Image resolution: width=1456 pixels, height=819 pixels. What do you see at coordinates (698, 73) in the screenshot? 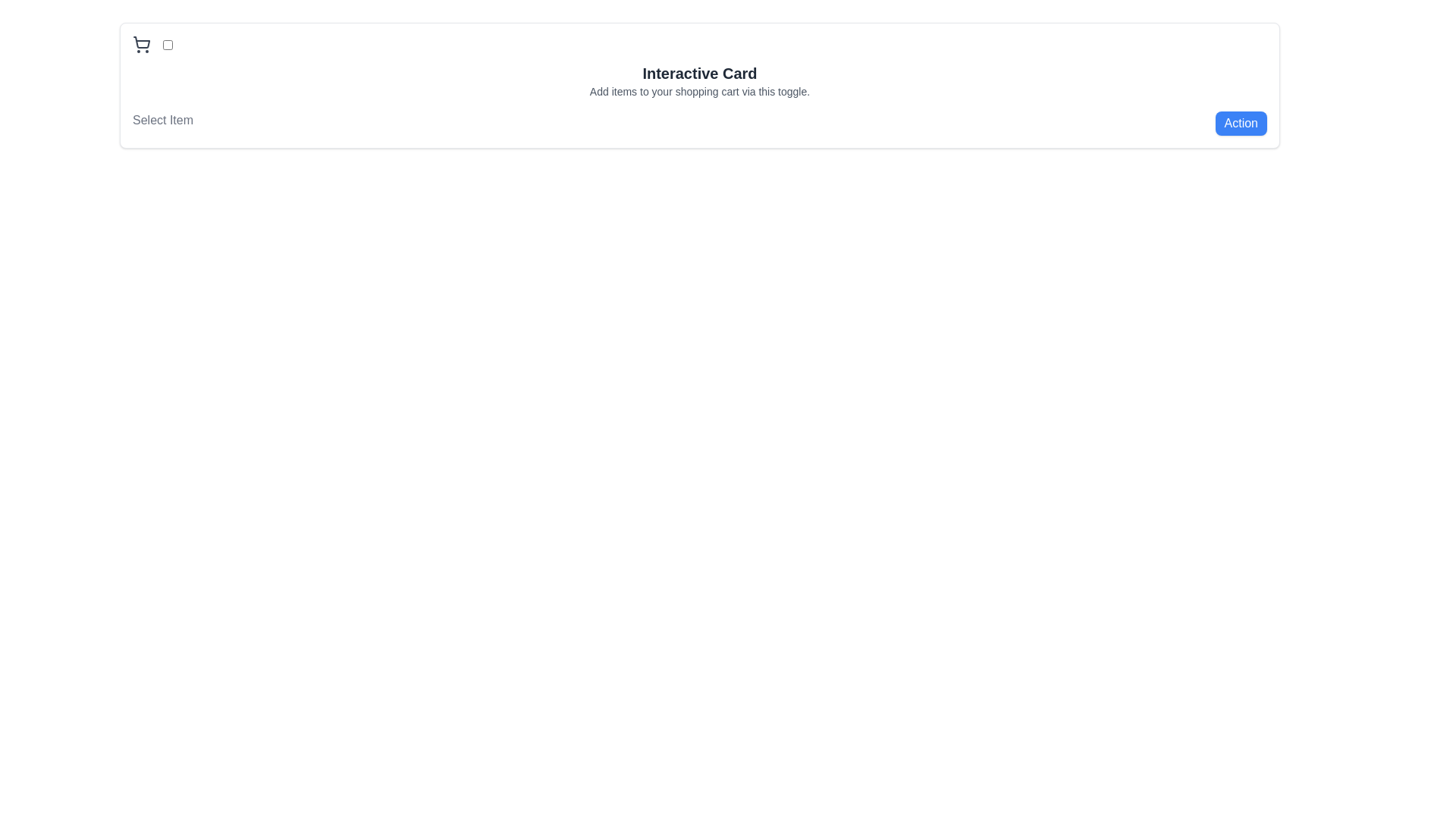
I see `the heading text that serves as a title for the section, indicating its purpose above the text 'Add items to your shopping cart via this toggle.'` at bounding box center [698, 73].